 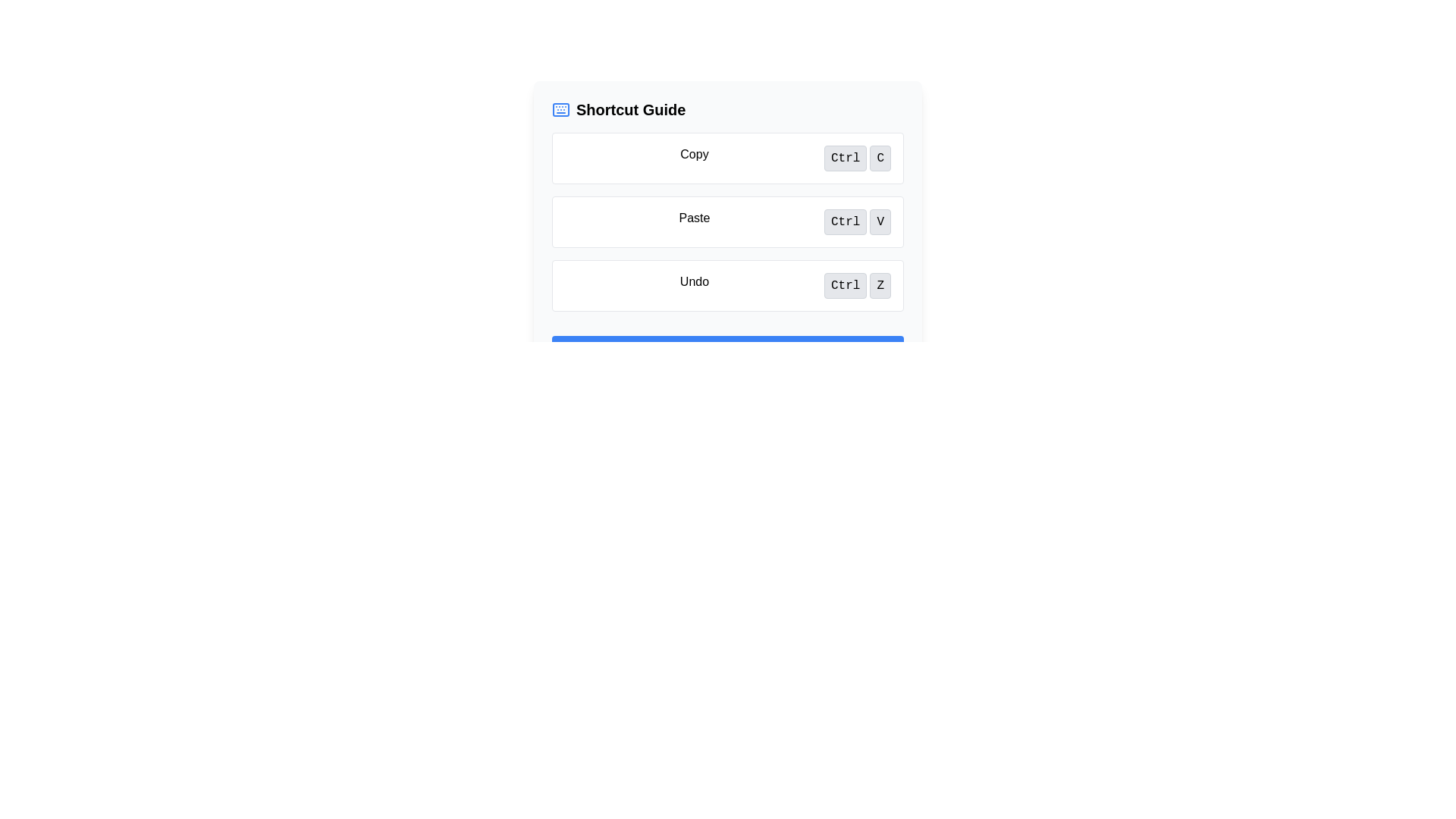 I want to click on the text label styled as a button representing the 'C' key in the keyboard shortcut guide, which indicates its use in combination with the 'Ctrl' key for the 'Copy' action, so click(x=880, y=158).